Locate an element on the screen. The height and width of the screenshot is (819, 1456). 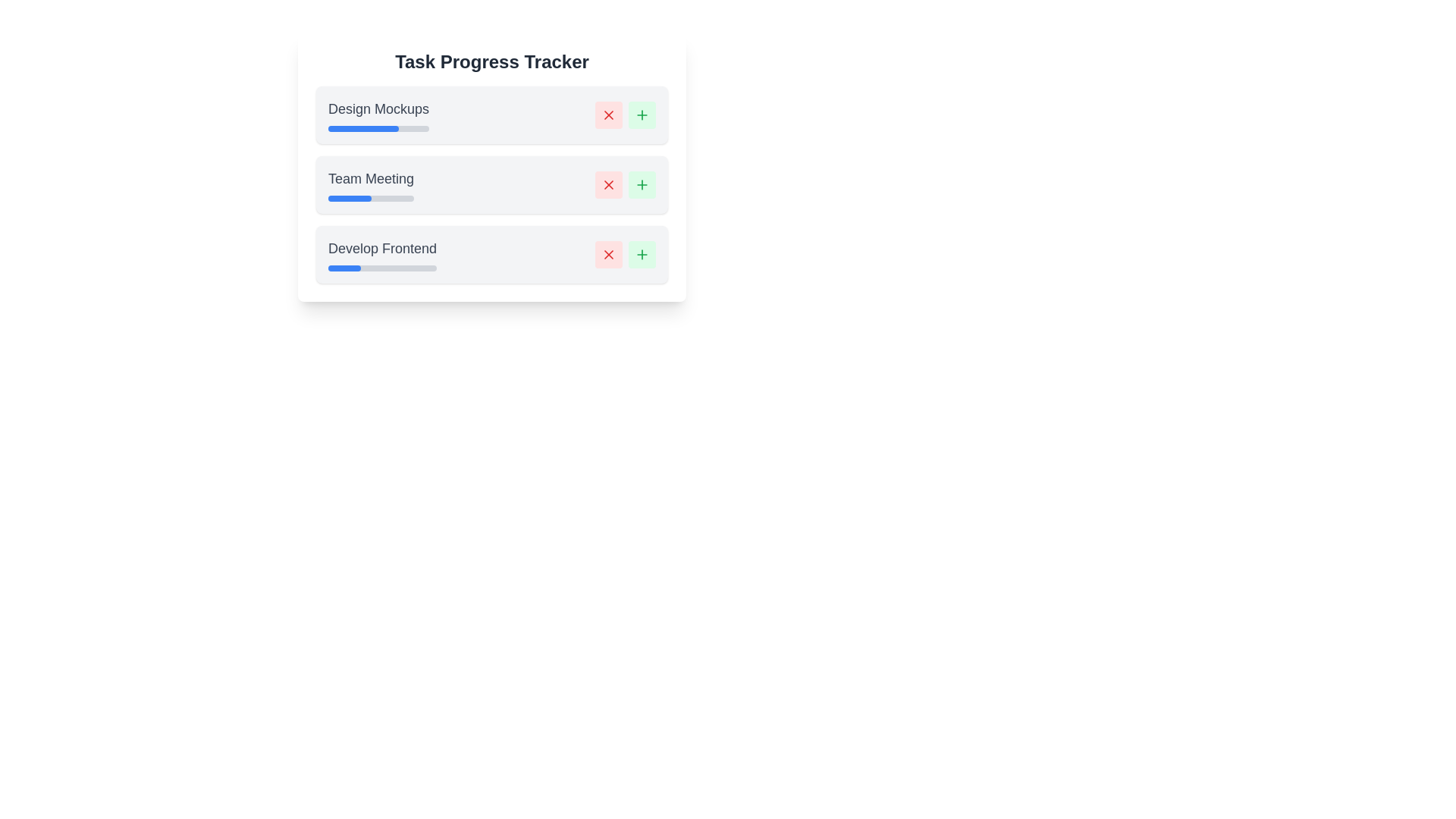
the progress bar to inspect its completion status is located at coordinates (378, 127).